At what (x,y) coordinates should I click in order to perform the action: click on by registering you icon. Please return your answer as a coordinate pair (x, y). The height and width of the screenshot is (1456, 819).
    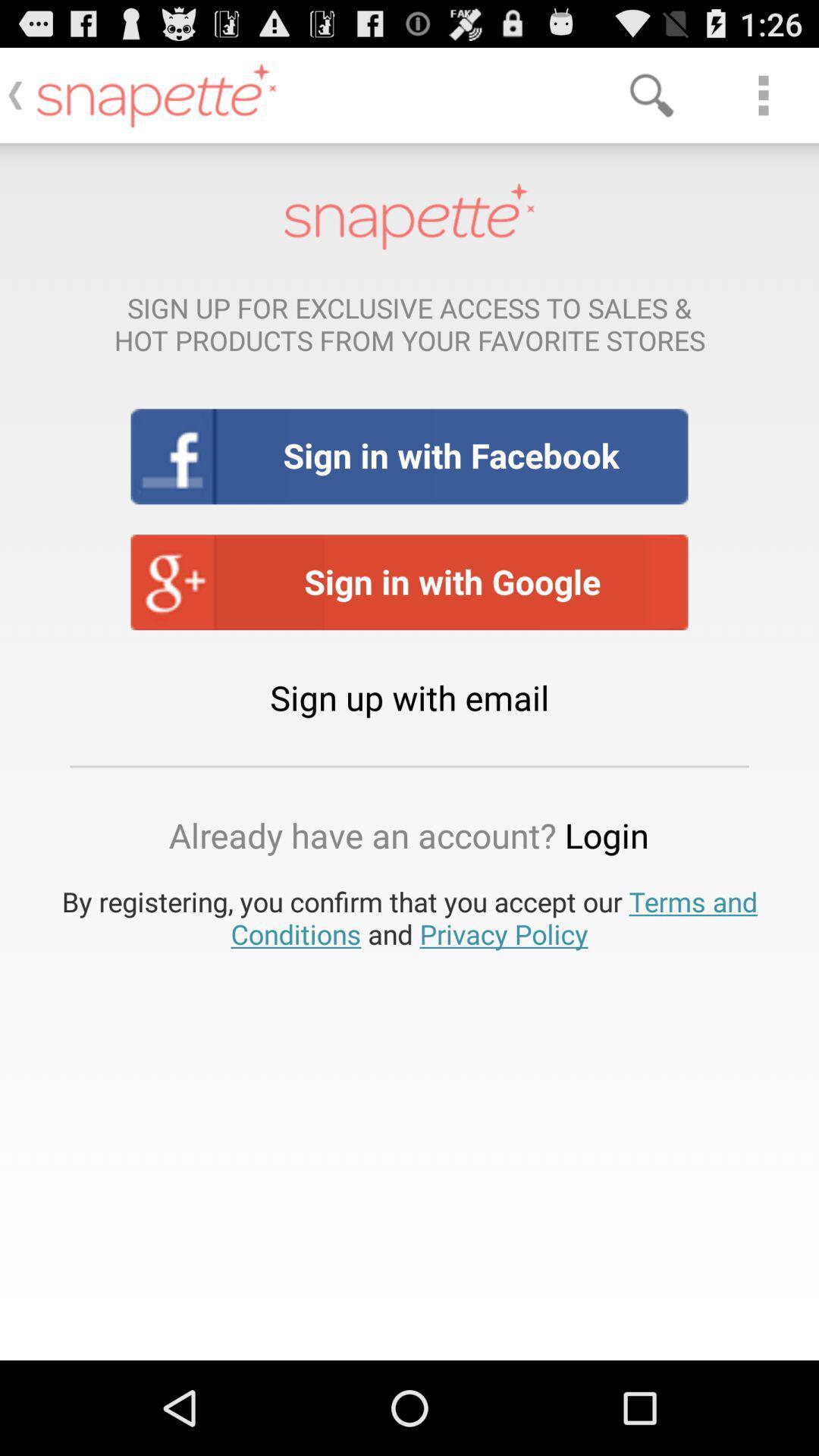
    Looking at the image, I should click on (409, 917).